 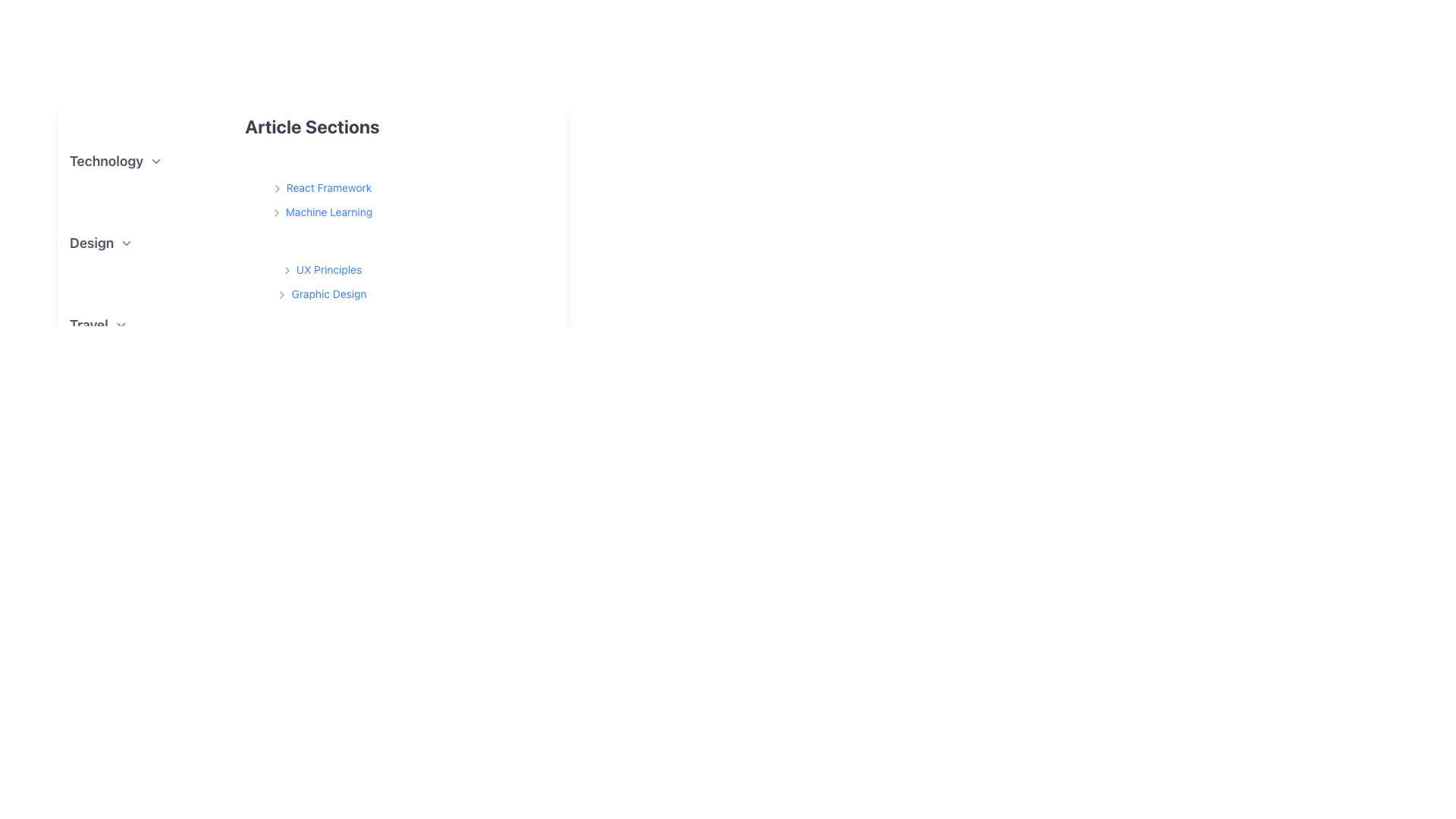 What do you see at coordinates (277, 188) in the screenshot?
I see `the navigation icon next to the 'React Framework' text in the top-left quadrant` at bounding box center [277, 188].